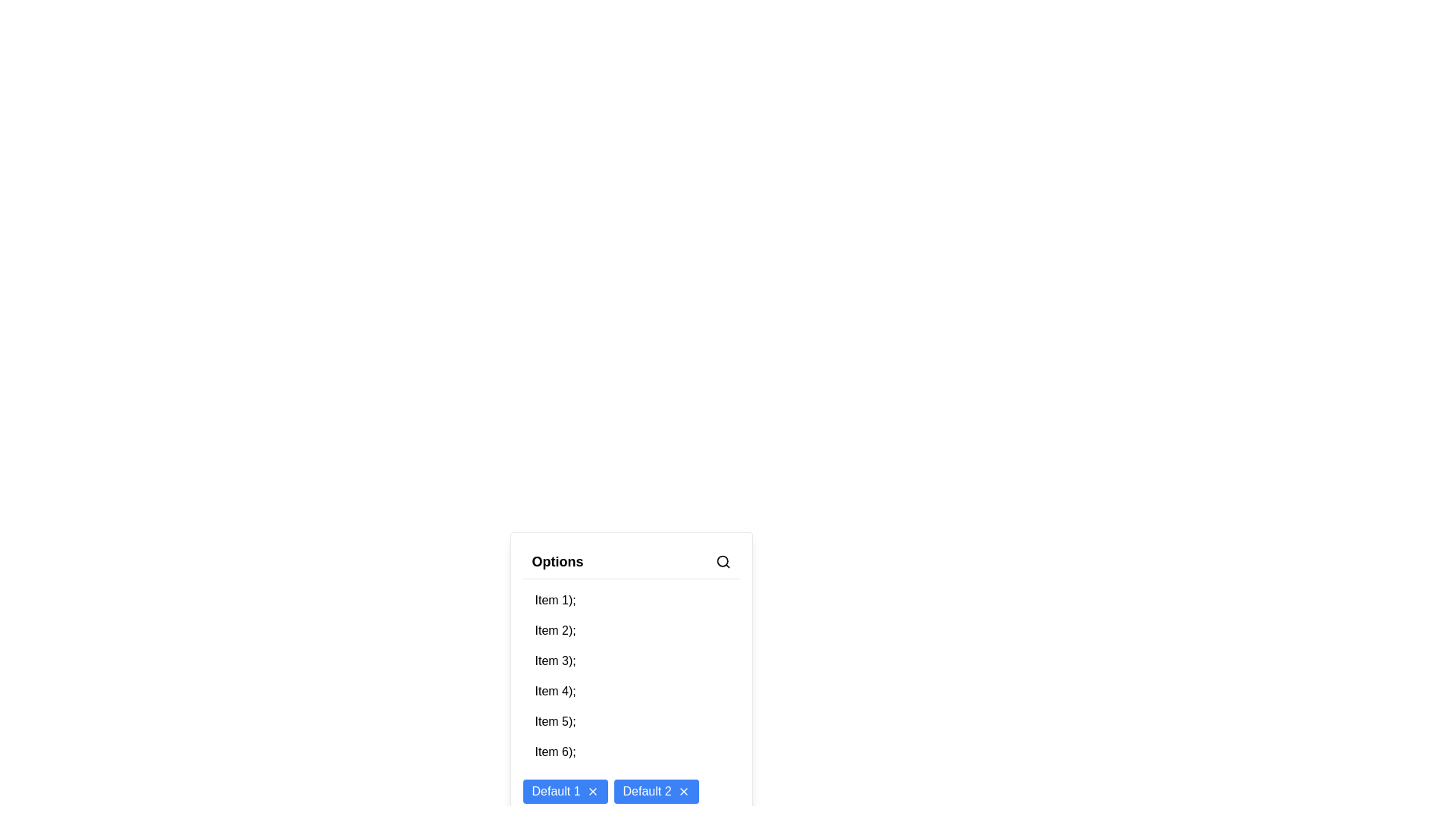 The height and width of the screenshot is (819, 1456). What do you see at coordinates (722, 561) in the screenshot?
I see `the search icon located in the top-right corner of the 'Options' section` at bounding box center [722, 561].